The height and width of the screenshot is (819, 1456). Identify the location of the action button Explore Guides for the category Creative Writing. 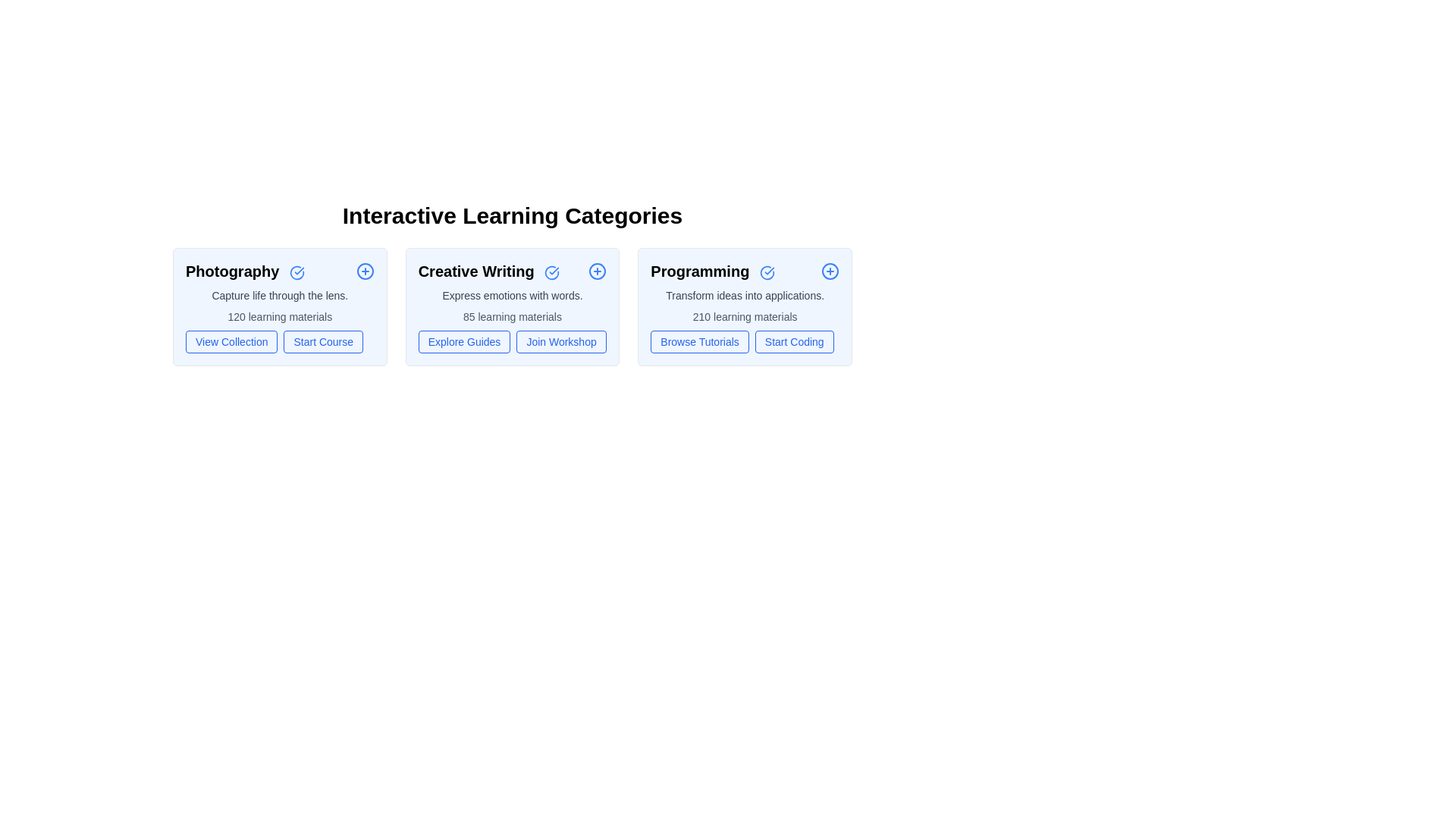
(463, 342).